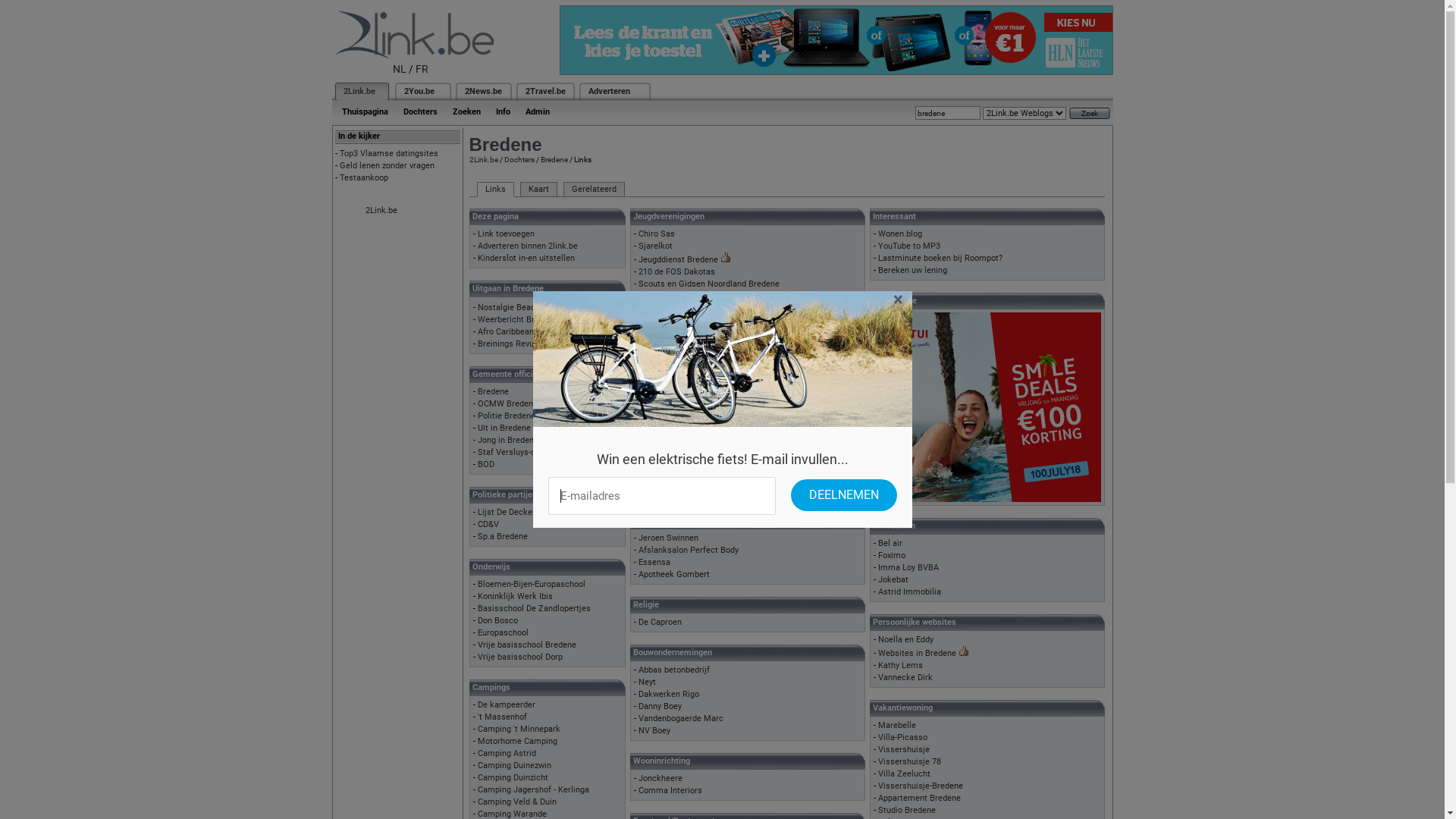  What do you see at coordinates (654, 730) in the screenshot?
I see `'NV Boey'` at bounding box center [654, 730].